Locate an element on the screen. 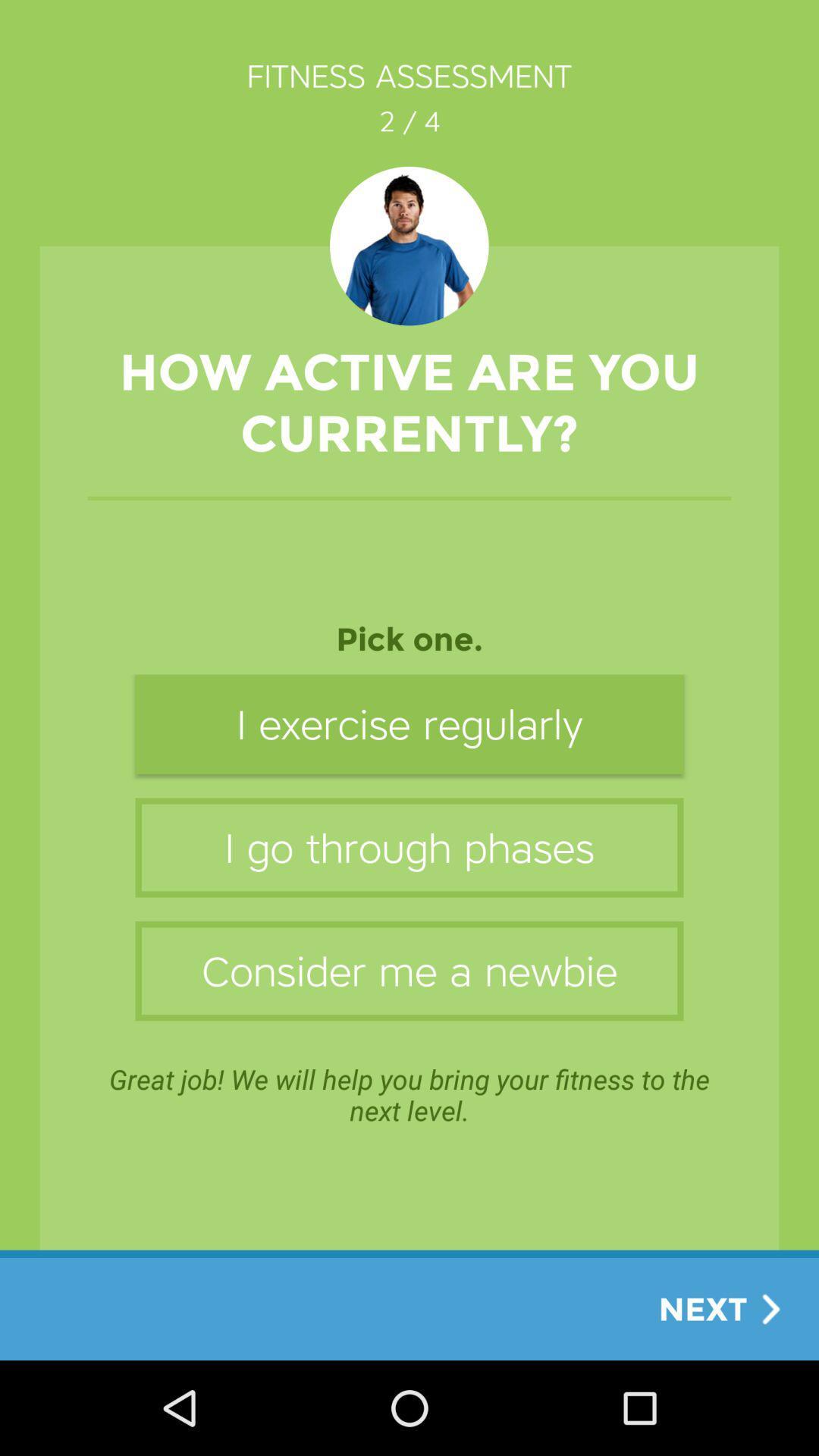  icon above the great job we item is located at coordinates (409, 971).